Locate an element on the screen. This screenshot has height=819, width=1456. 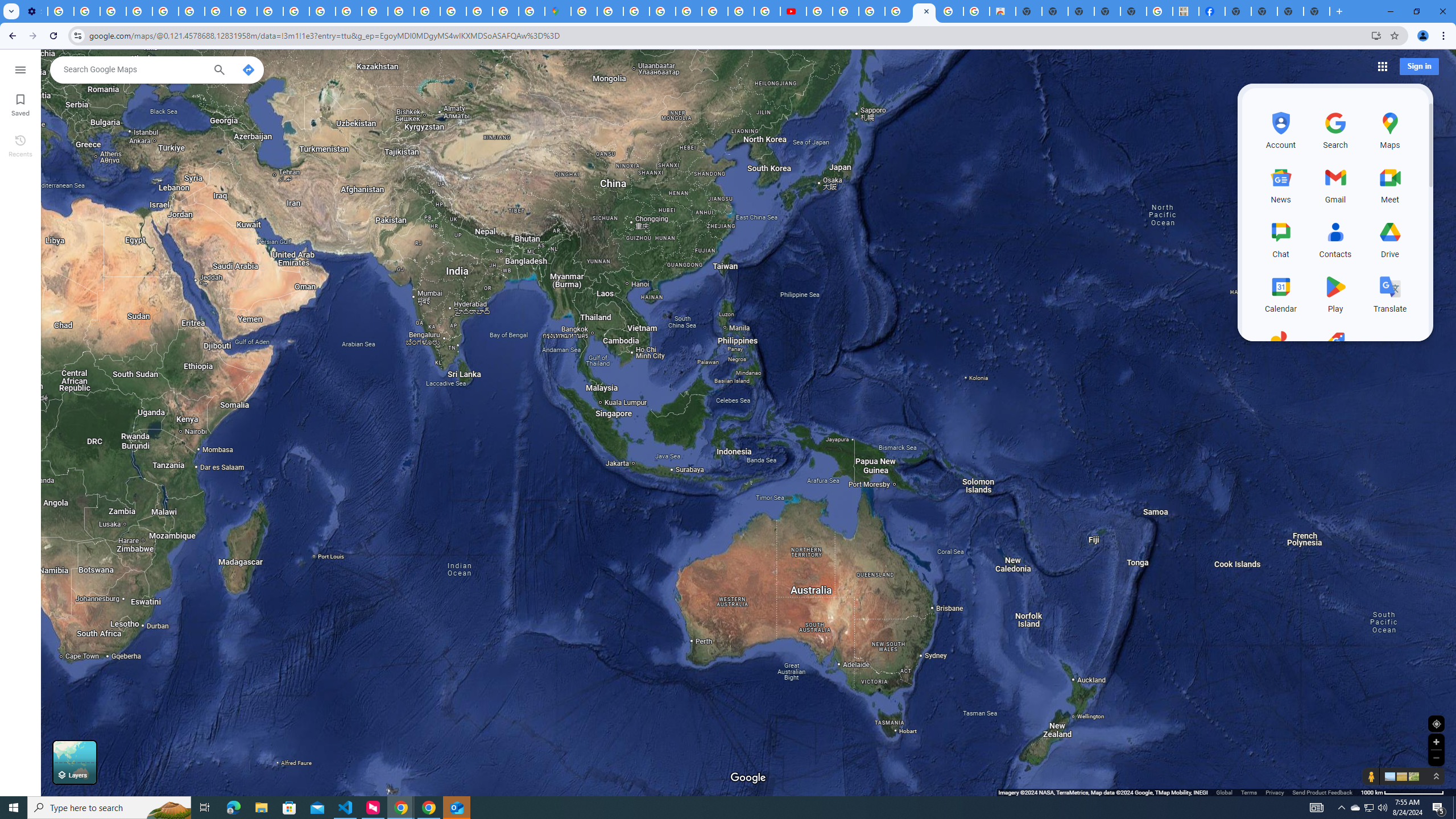
'Google Account Help' is located at coordinates (139, 11).